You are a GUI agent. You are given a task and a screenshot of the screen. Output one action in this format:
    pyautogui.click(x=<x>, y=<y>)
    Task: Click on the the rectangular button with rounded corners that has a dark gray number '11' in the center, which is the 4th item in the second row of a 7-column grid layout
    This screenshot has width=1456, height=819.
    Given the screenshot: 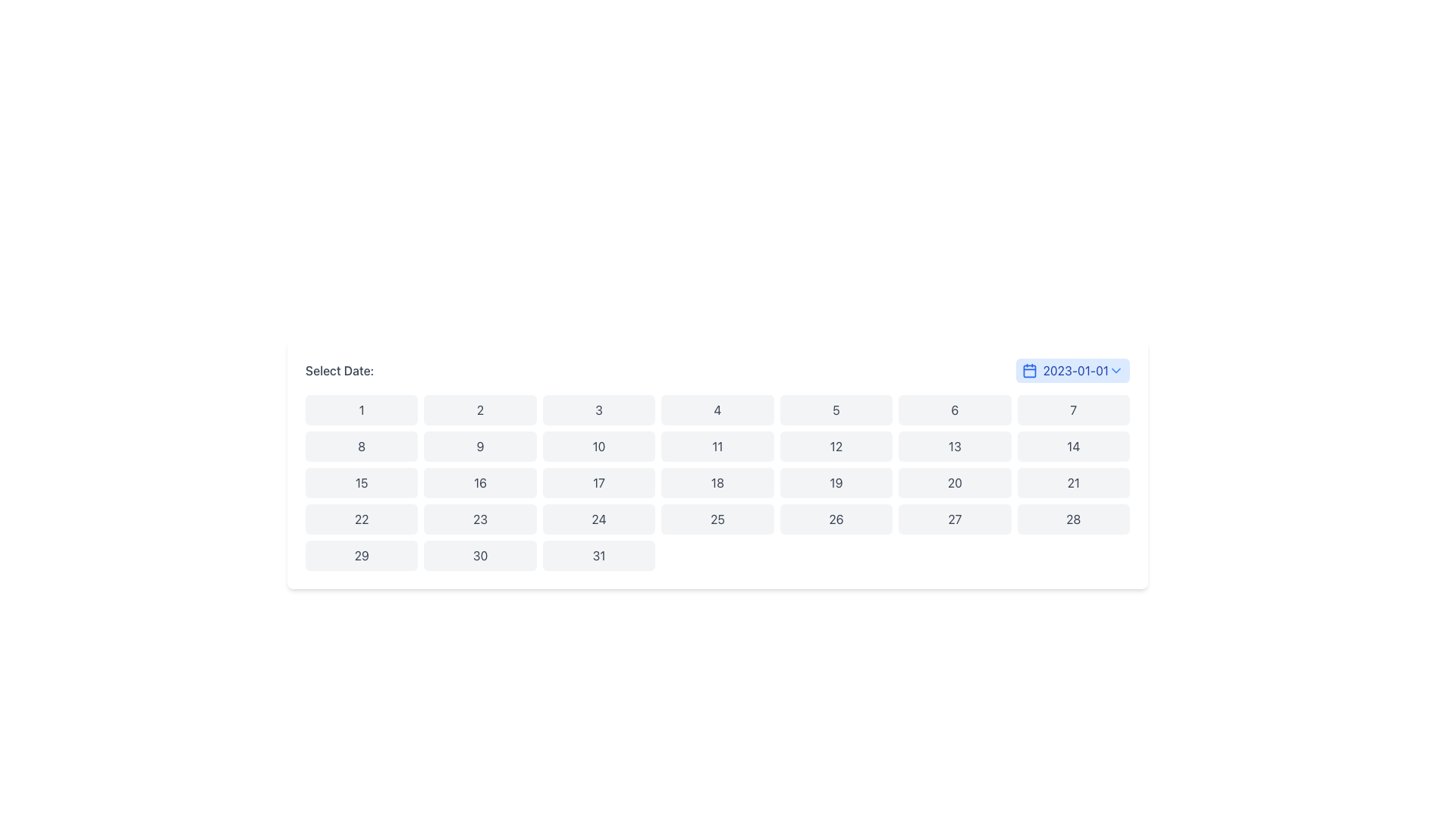 What is the action you would take?
    pyautogui.click(x=717, y=446)
    